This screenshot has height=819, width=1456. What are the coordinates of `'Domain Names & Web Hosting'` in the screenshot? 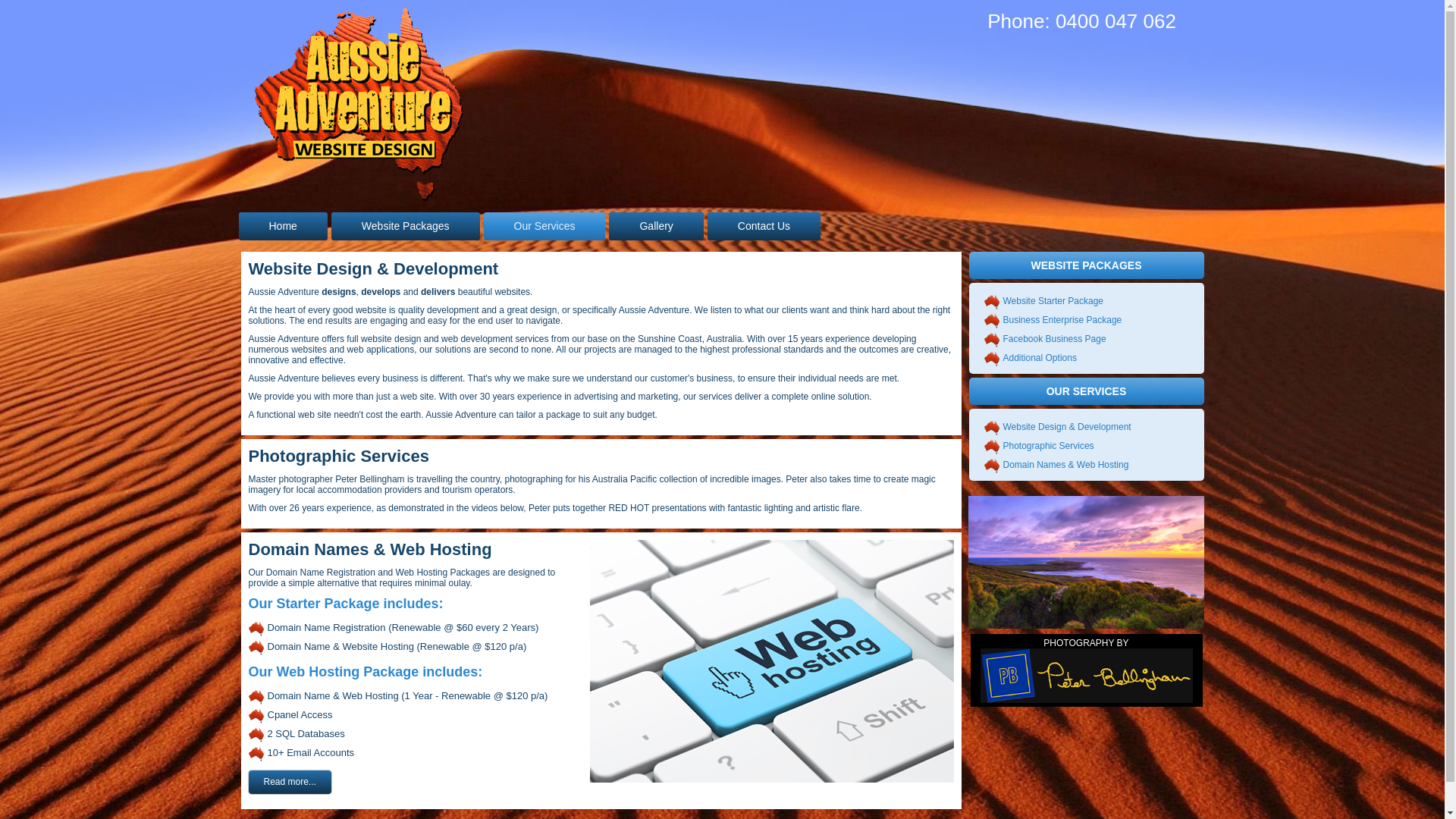 It's located at (1065, 464).